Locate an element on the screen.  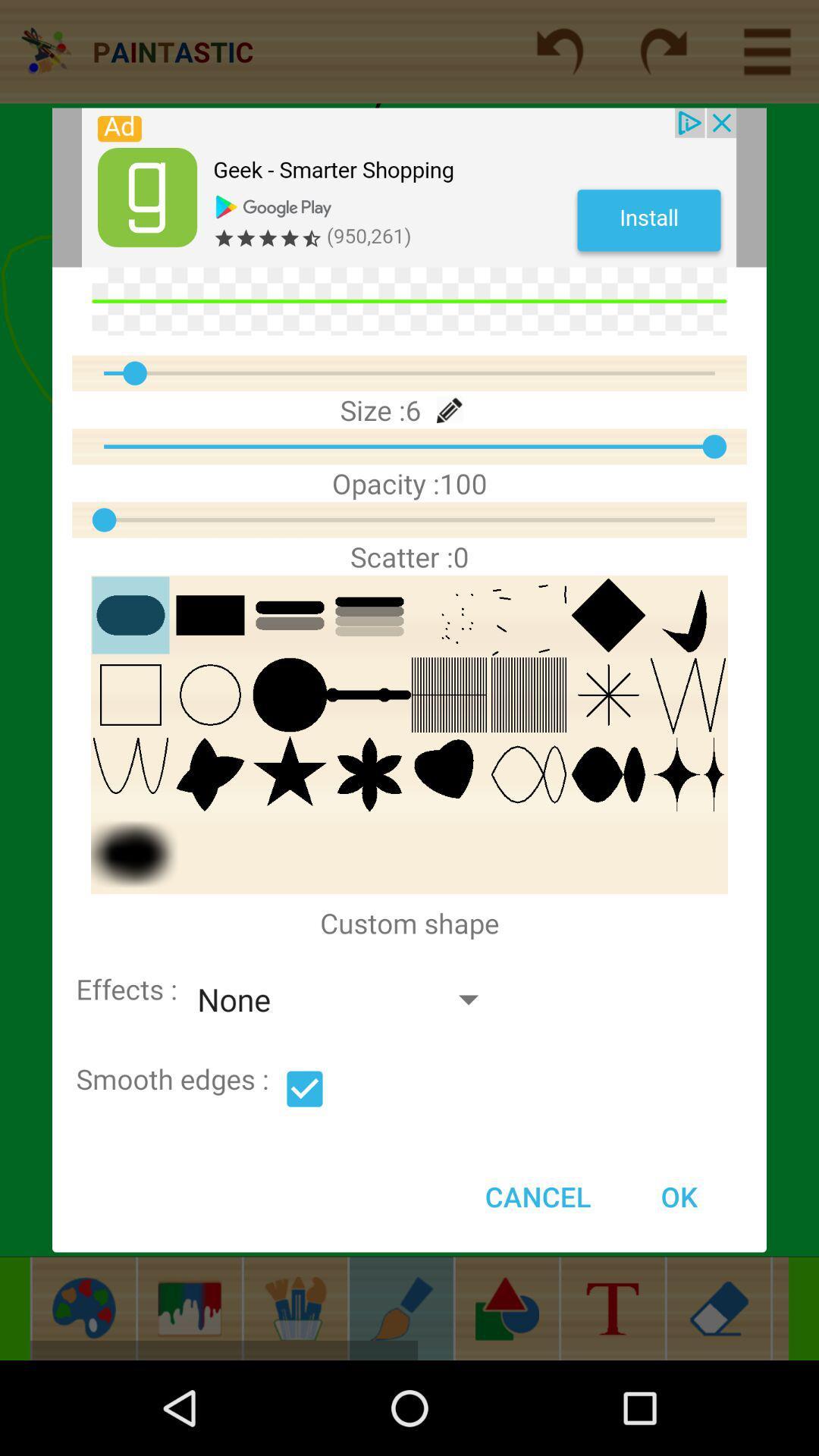
option is located at coordinates (304, 1088).